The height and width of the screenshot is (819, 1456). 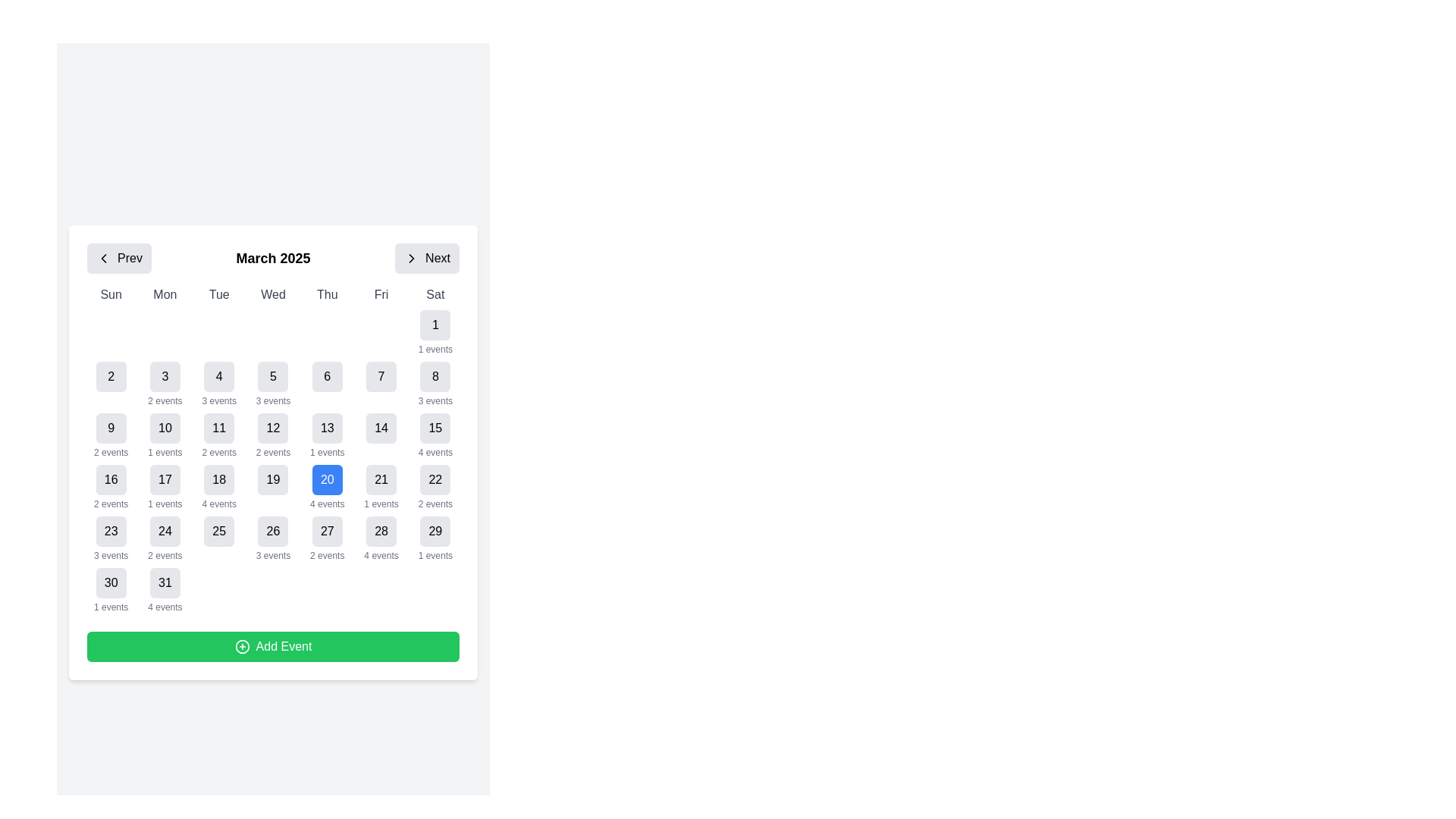 What do you see at coordinates (110, 488) in the screenshot?
I see `the Date cell representing the date '16' in the calendar grid located in the fourth row and first column` at bounding box center [110, 488].